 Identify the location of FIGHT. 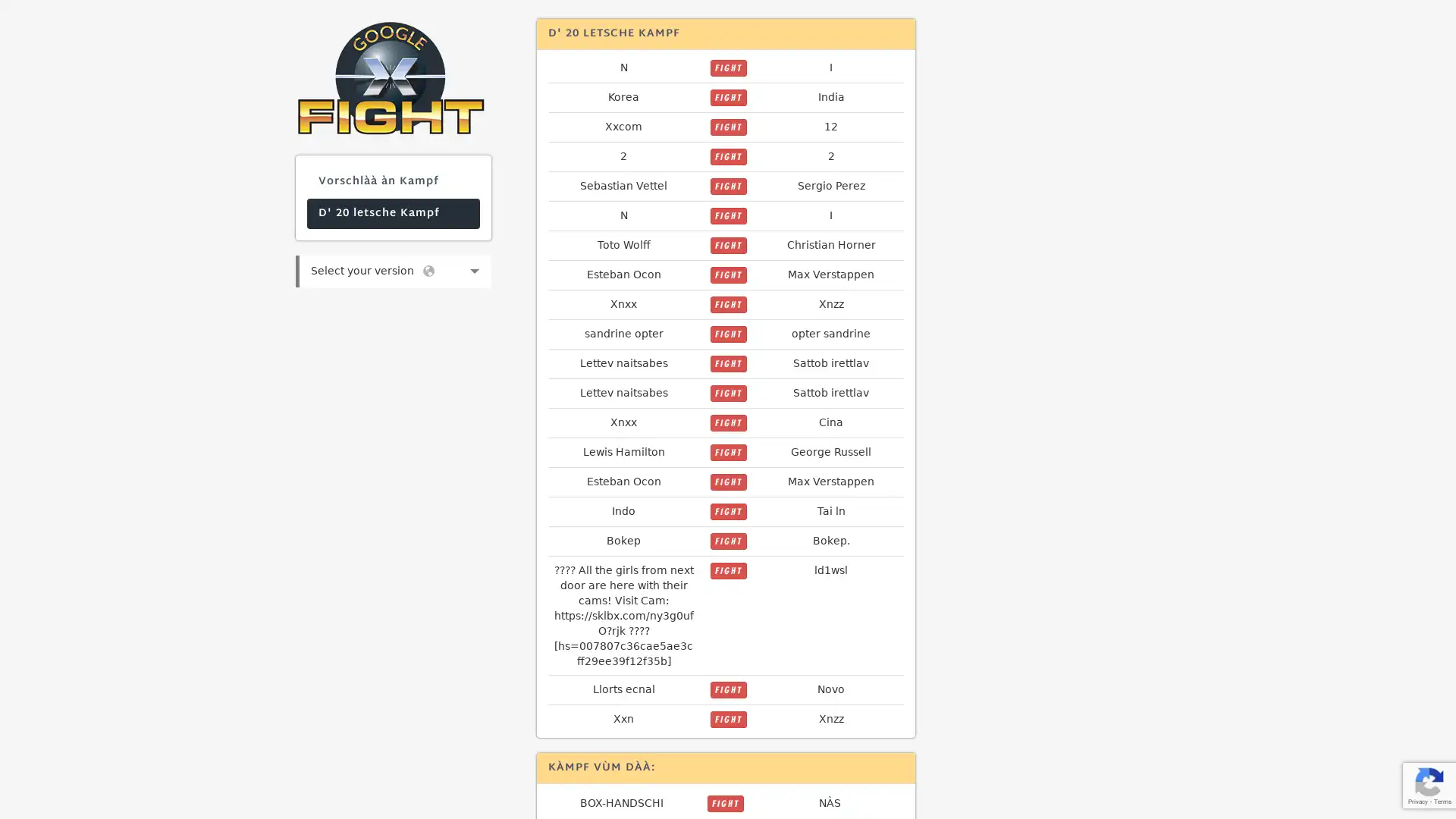
(728, 186).